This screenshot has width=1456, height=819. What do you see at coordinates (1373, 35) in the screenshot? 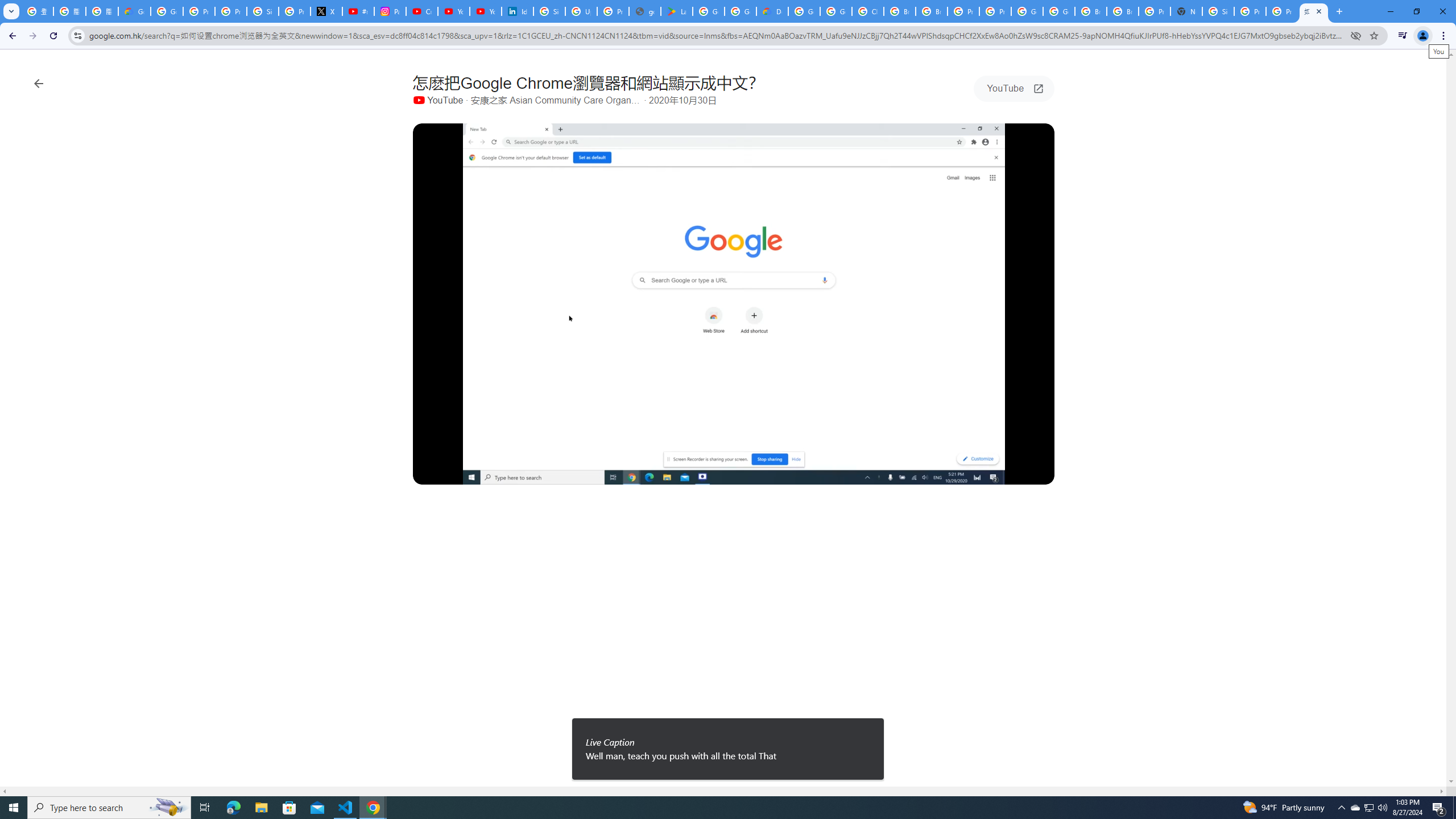
I see `'Bookmark this tab'` at bounding box center [1373, 35].